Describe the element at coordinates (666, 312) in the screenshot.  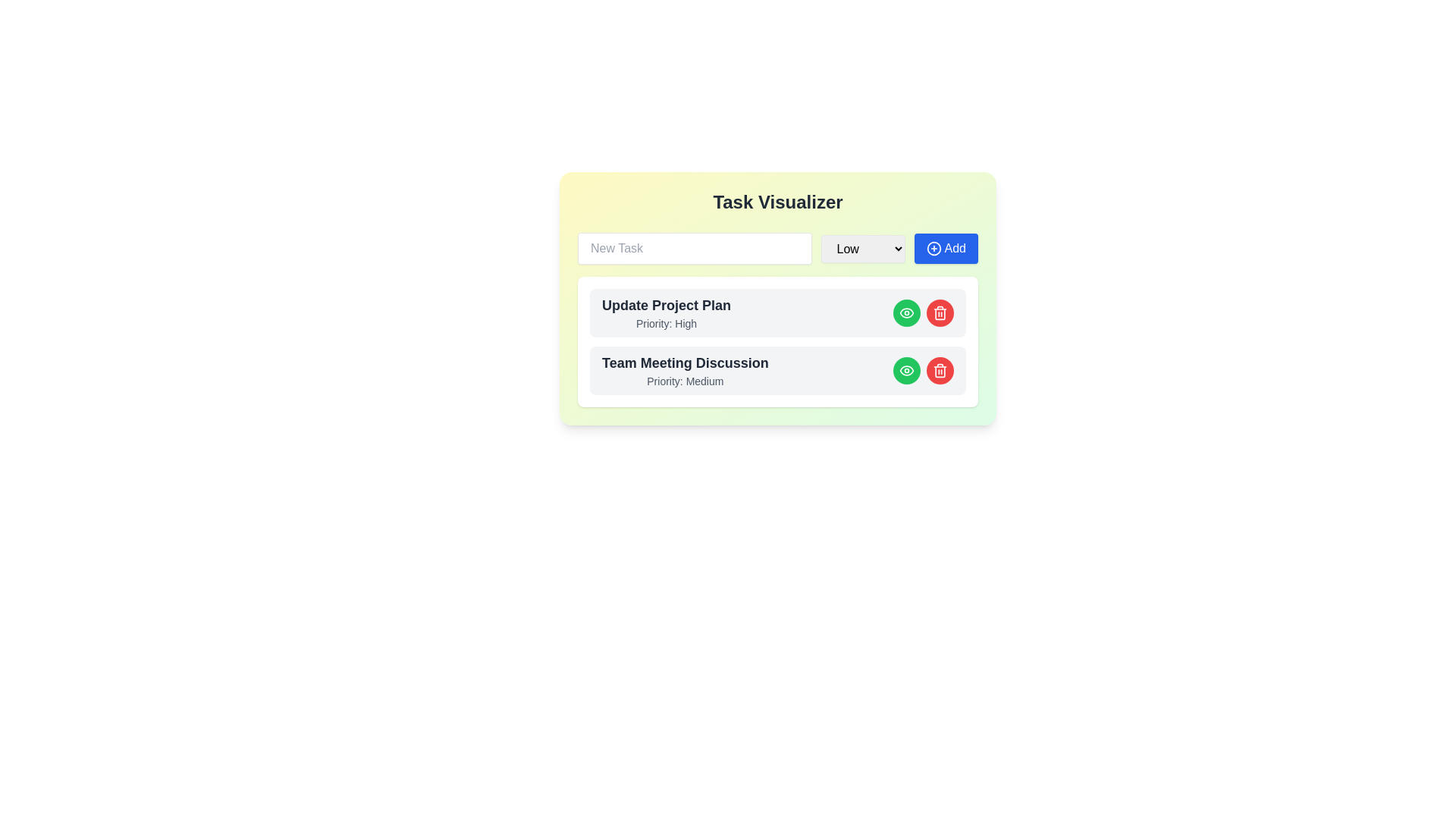
I see `the text block that displays the task title 'Update Project Plan' and its priority level 'High' in the Task Visualizer interface` at that location.